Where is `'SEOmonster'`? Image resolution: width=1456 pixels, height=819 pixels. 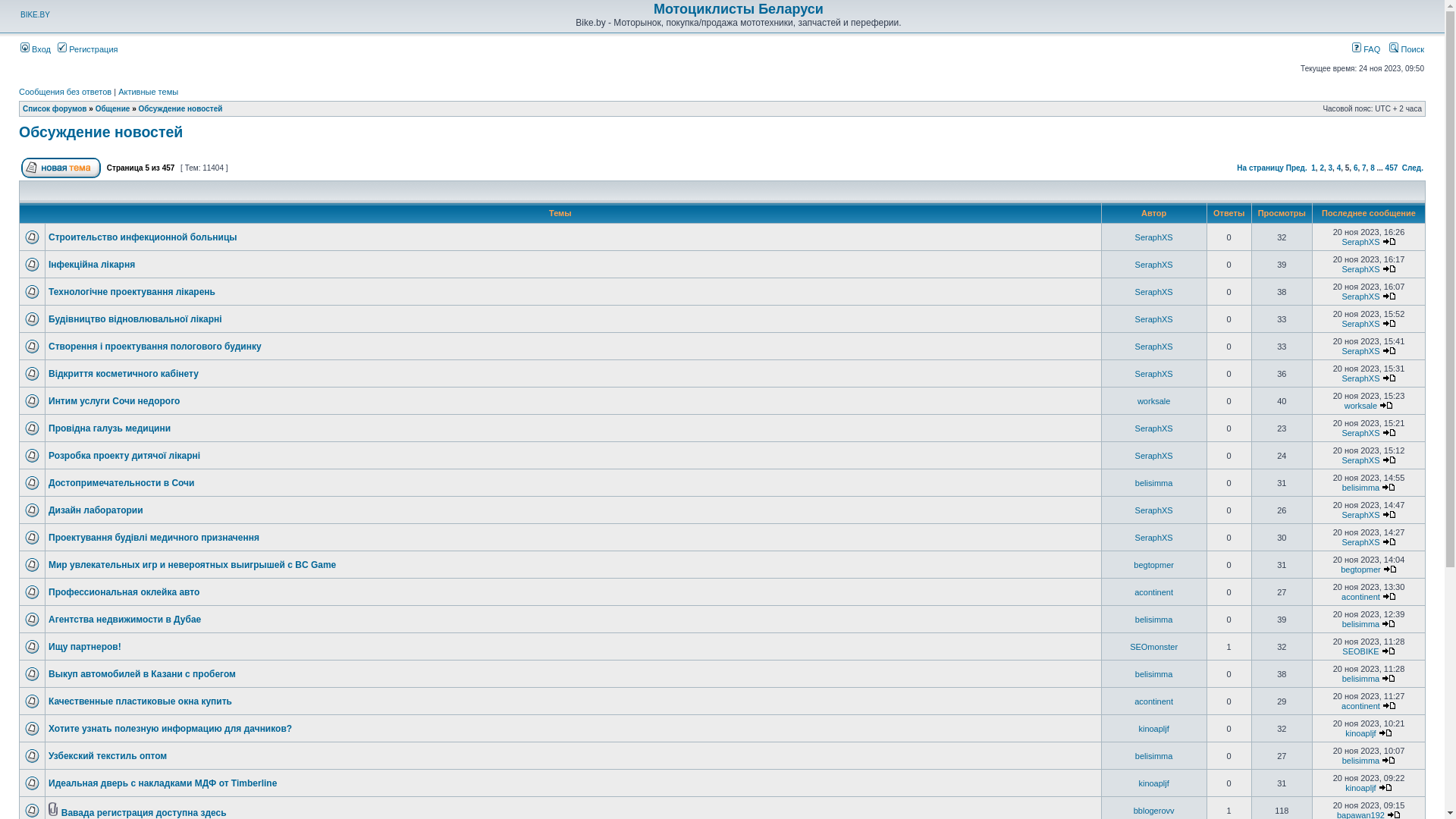 'SEOmonster' is located at coordinates (1153, 646).